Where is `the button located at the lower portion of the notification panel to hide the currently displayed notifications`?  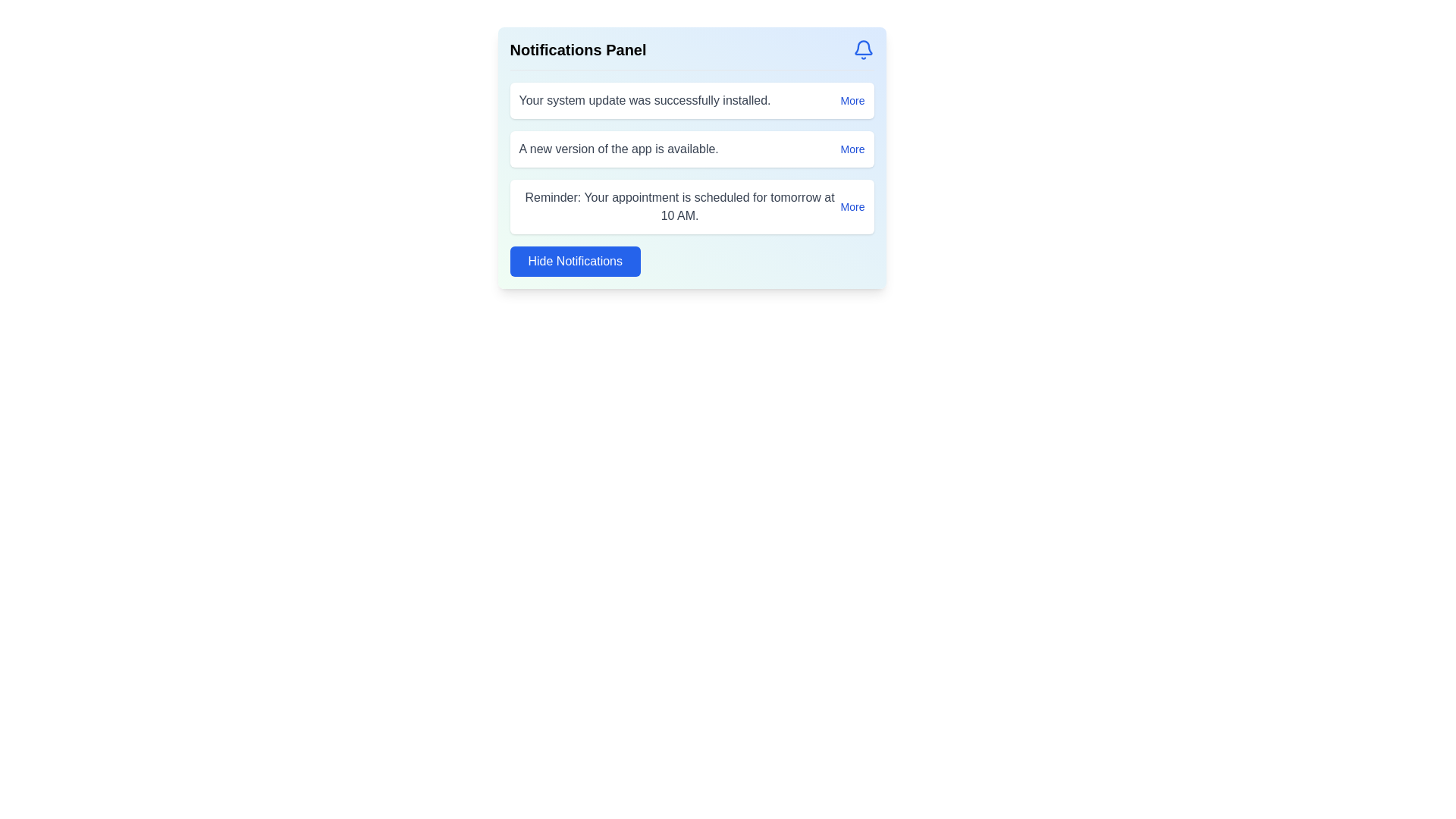 the button located at the lower portion of the notification panel to hide the currently displayed notifications is located at coordinates (574, 260).